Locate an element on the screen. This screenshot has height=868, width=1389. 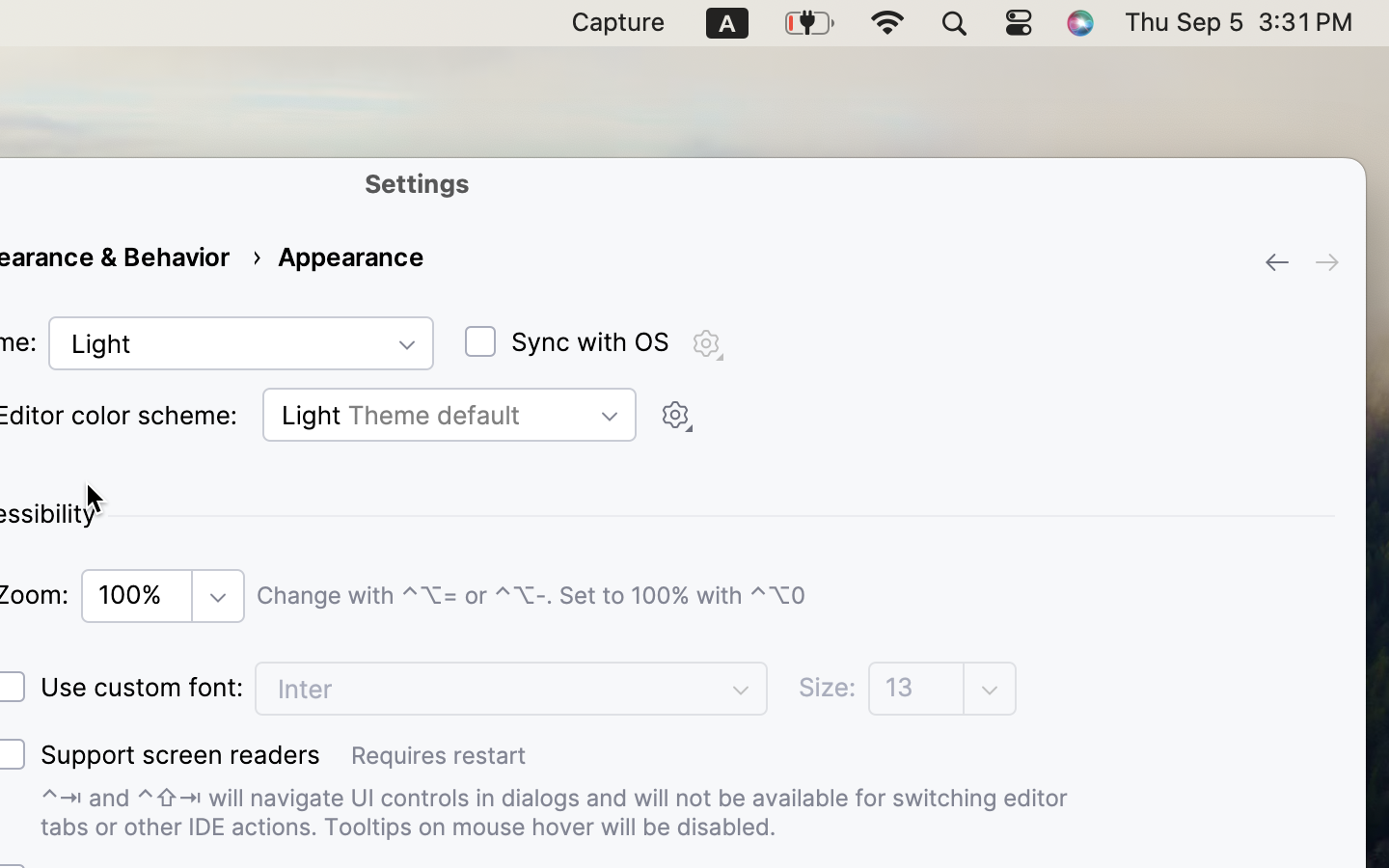
'Inter' is located at coordinates (510, 687).